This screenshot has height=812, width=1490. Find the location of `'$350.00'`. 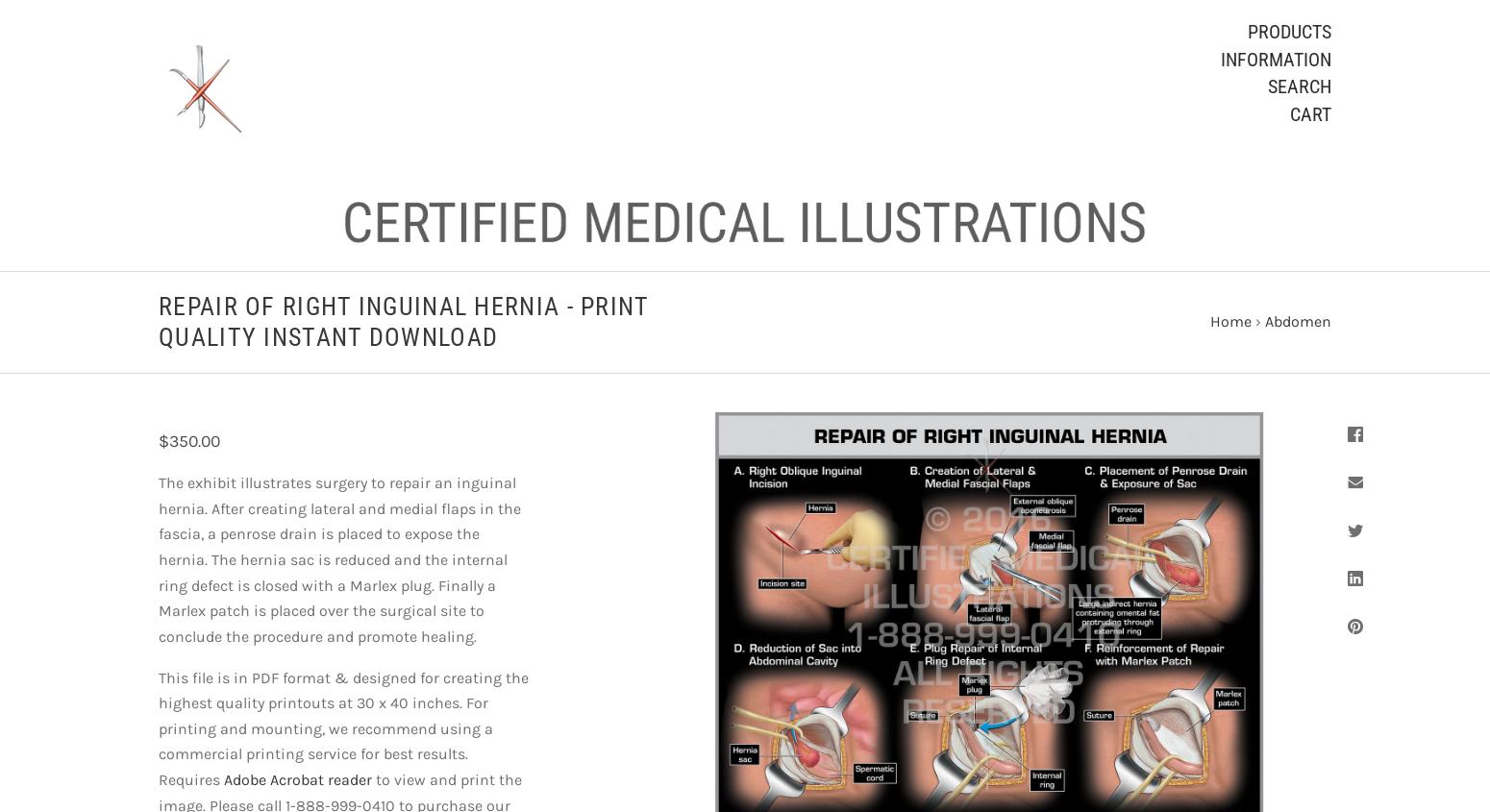

'$350.00' is located at coordinates (188, 439).